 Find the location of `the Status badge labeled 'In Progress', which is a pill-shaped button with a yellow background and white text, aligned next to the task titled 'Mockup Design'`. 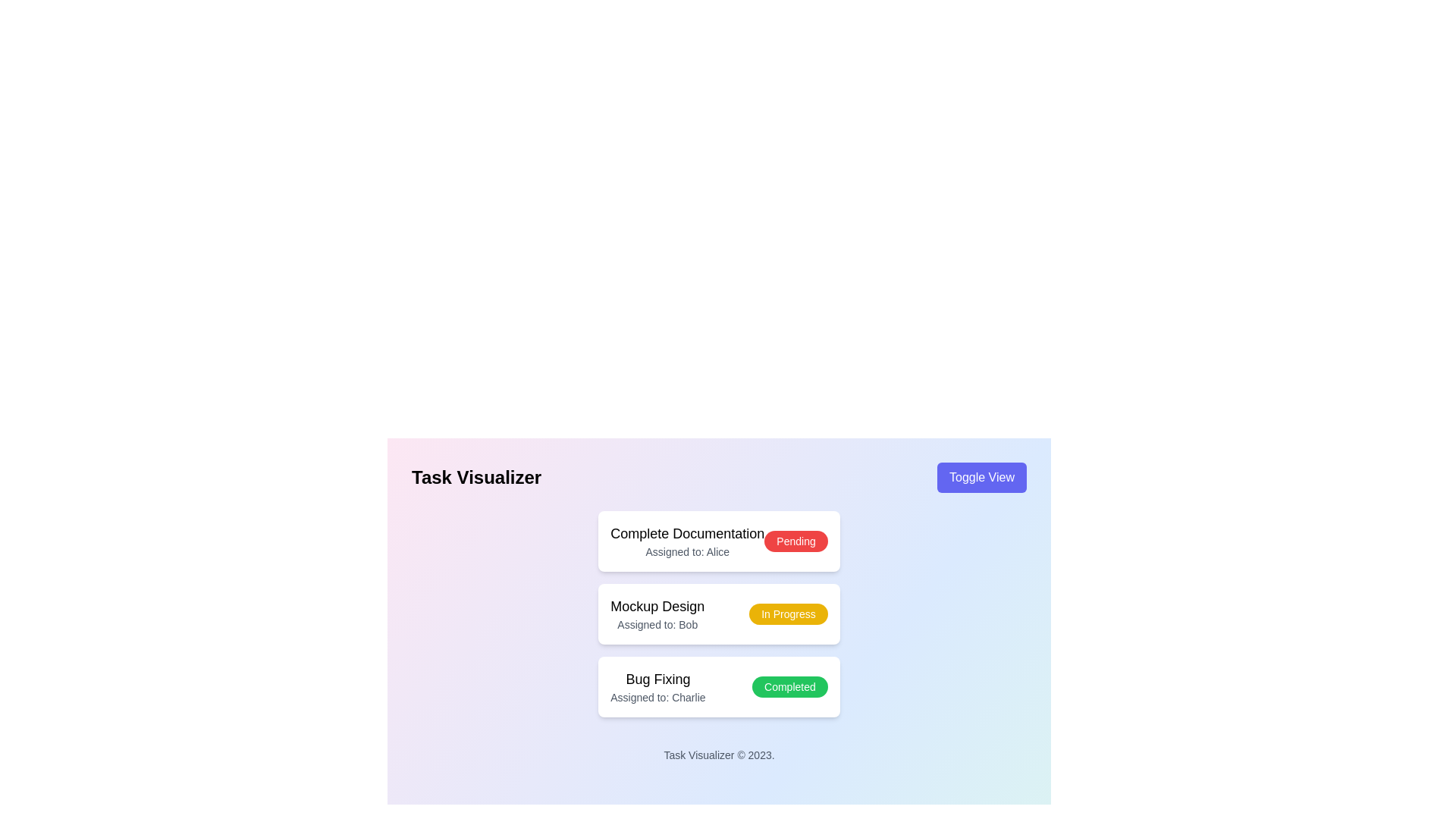

the Status badge labeled 'In Progress', which is a pill-shaped button with a yellow background and white text, aligned next to the task titled 'Mockup Design' is located at coordinates (788, 614).